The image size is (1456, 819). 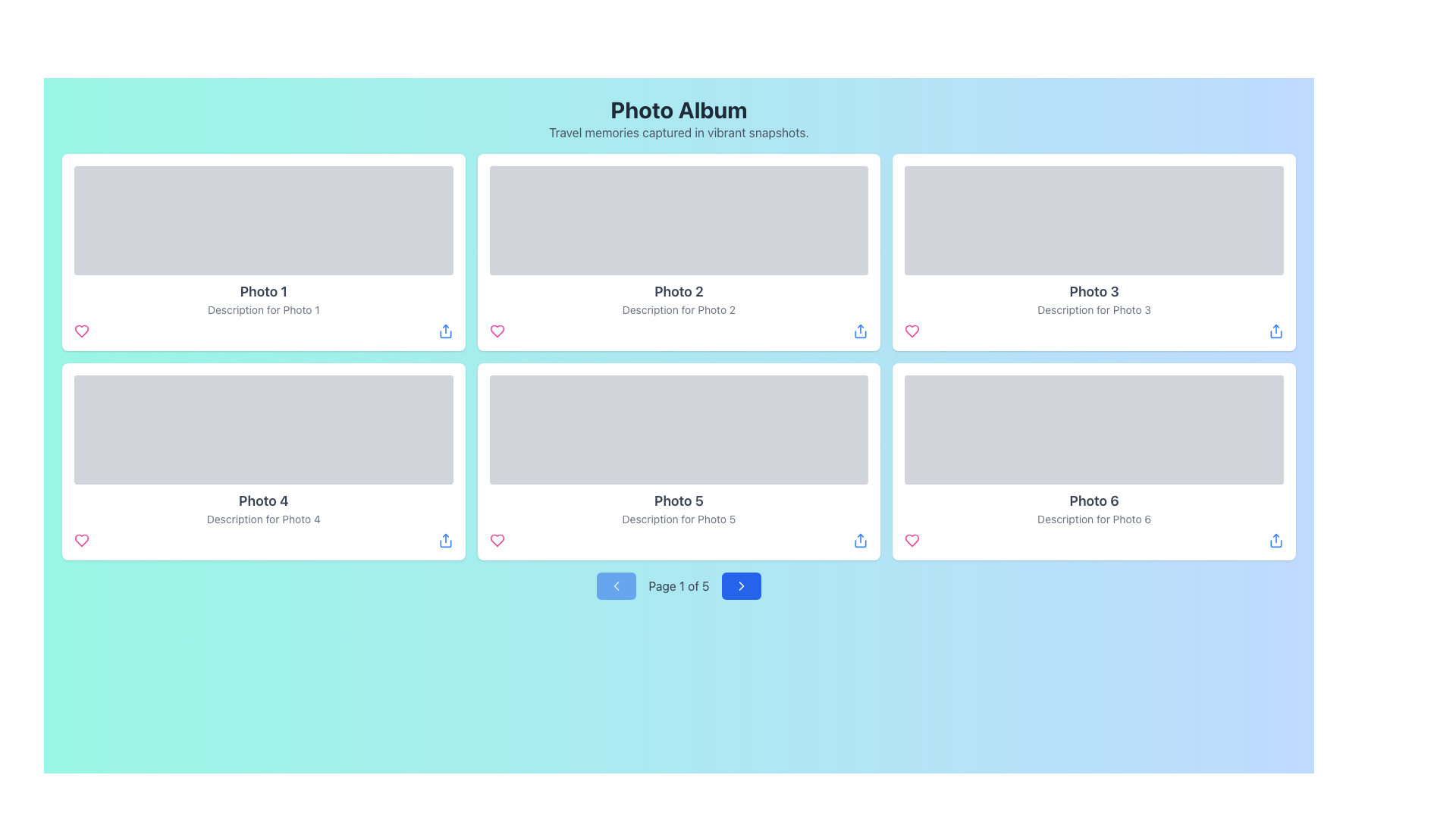 What do you see at coordinates (263, 519) in the screenshot?
I see `the text element that provides a brief description for 'Photo 4', located directly under the 'Photo 4' title within the fourth card of a grid layout` at bounding box center [263, 519].